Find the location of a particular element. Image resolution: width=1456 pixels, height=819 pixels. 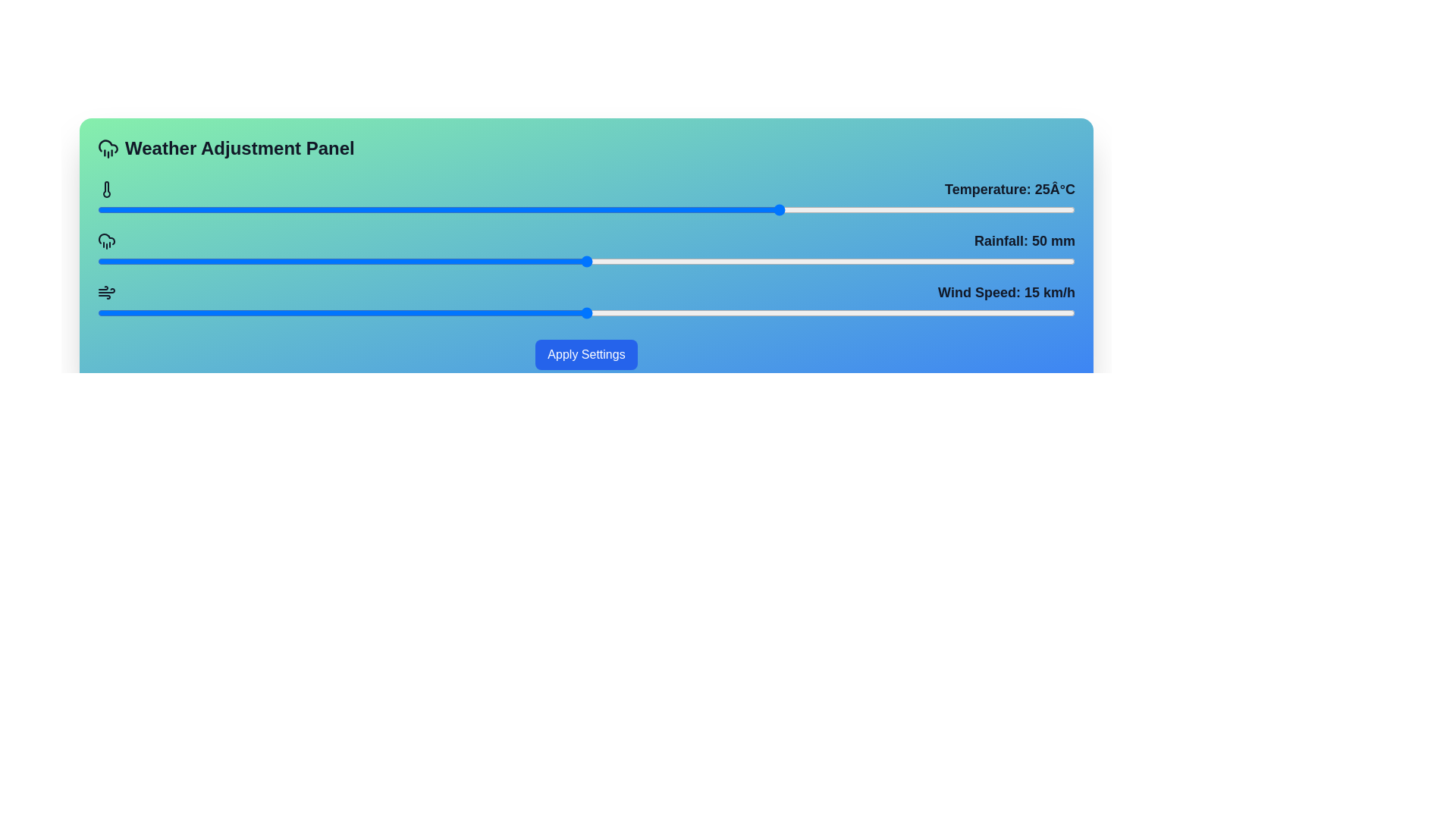

the temperature slider is located at coordinates (293, 210).